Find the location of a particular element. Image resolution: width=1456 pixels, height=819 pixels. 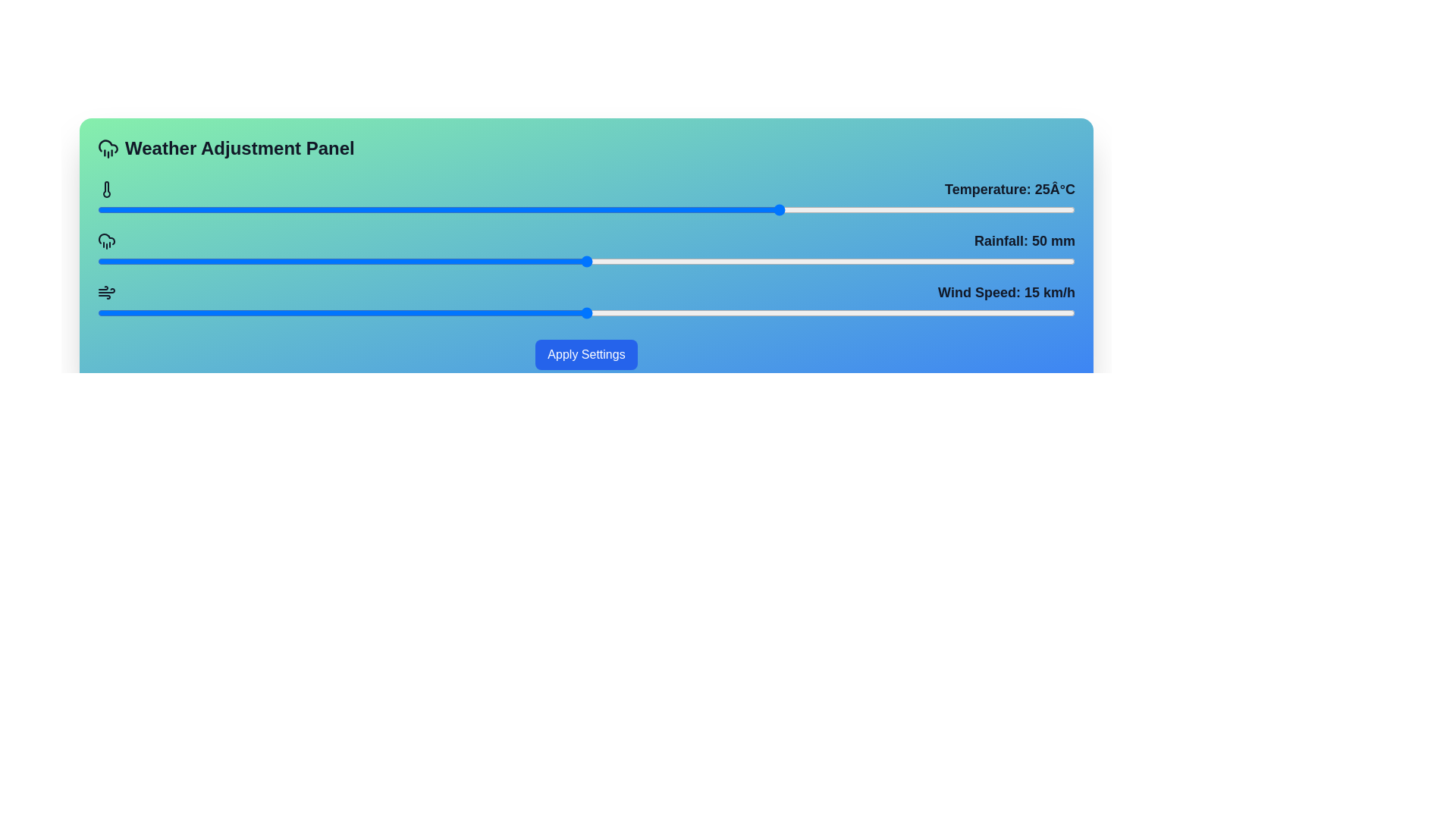

the temperature slider is located at coordinates (293, 210).